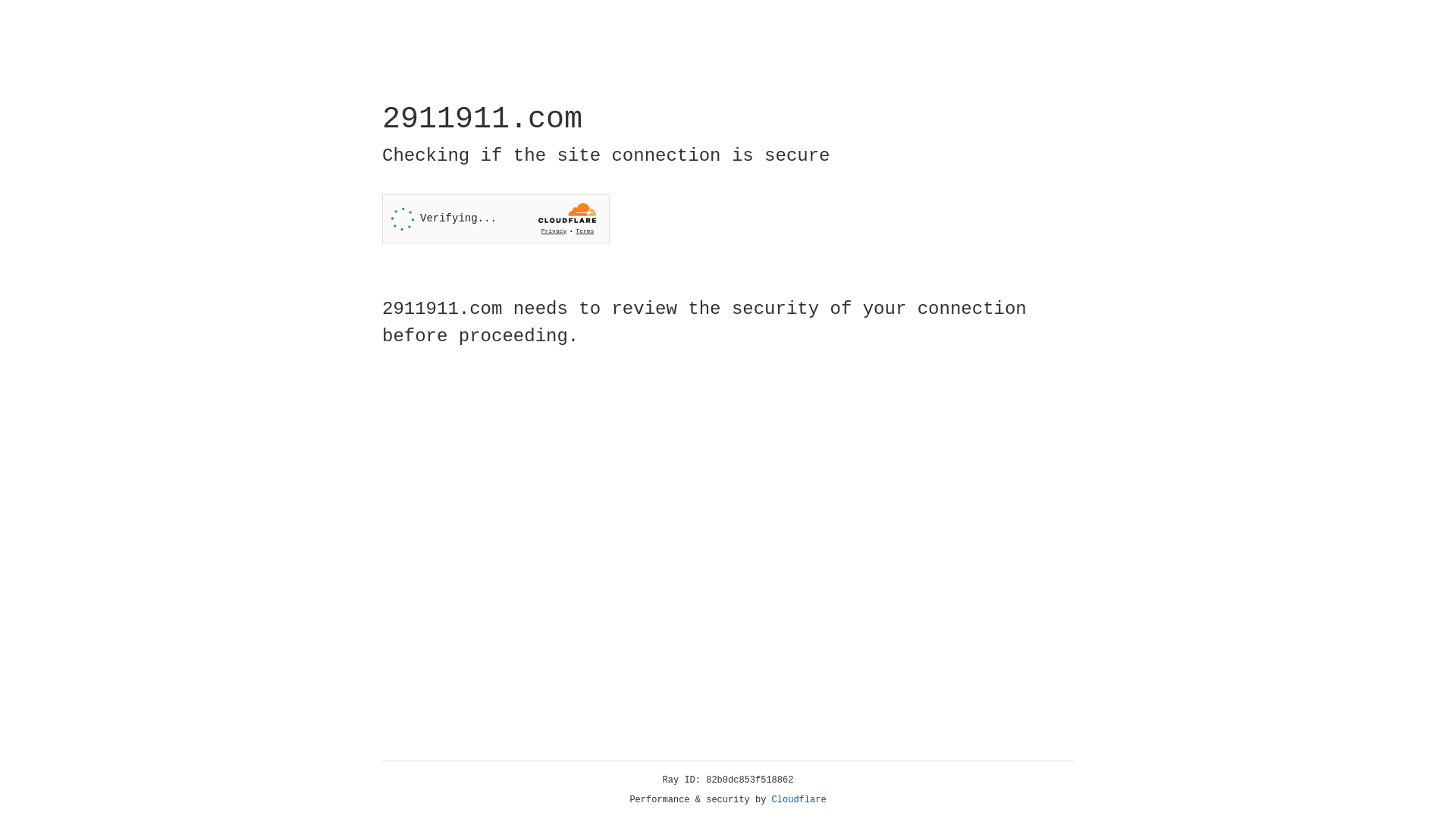 The width and height of the screenshot is (1456, 819). I want to click on 'Widget containing a Cloudflare security challenge', so click(495, 218).